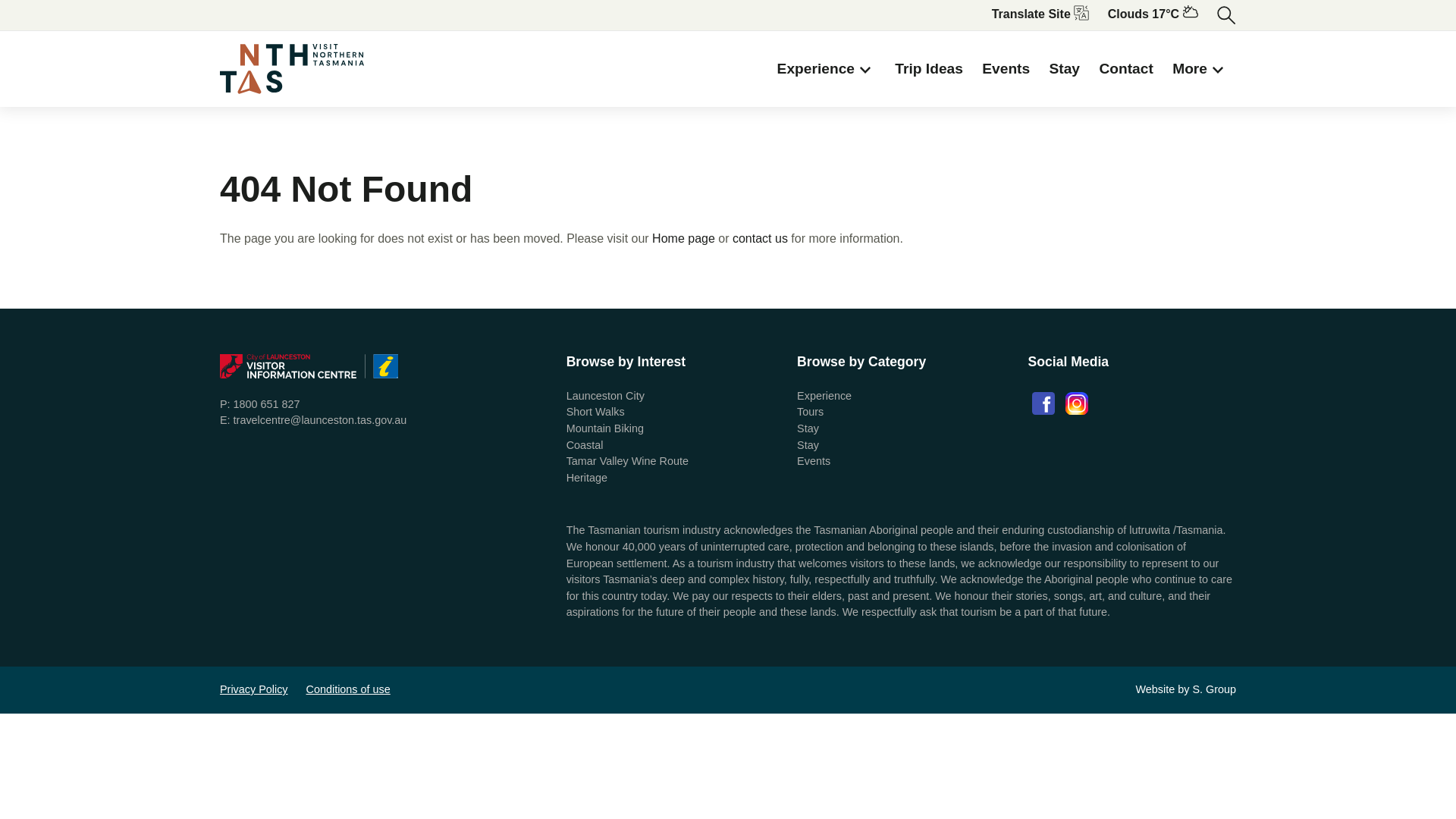 The image size is (1456, 819). I want to click on 'Conditions of use', so click(347, 690).